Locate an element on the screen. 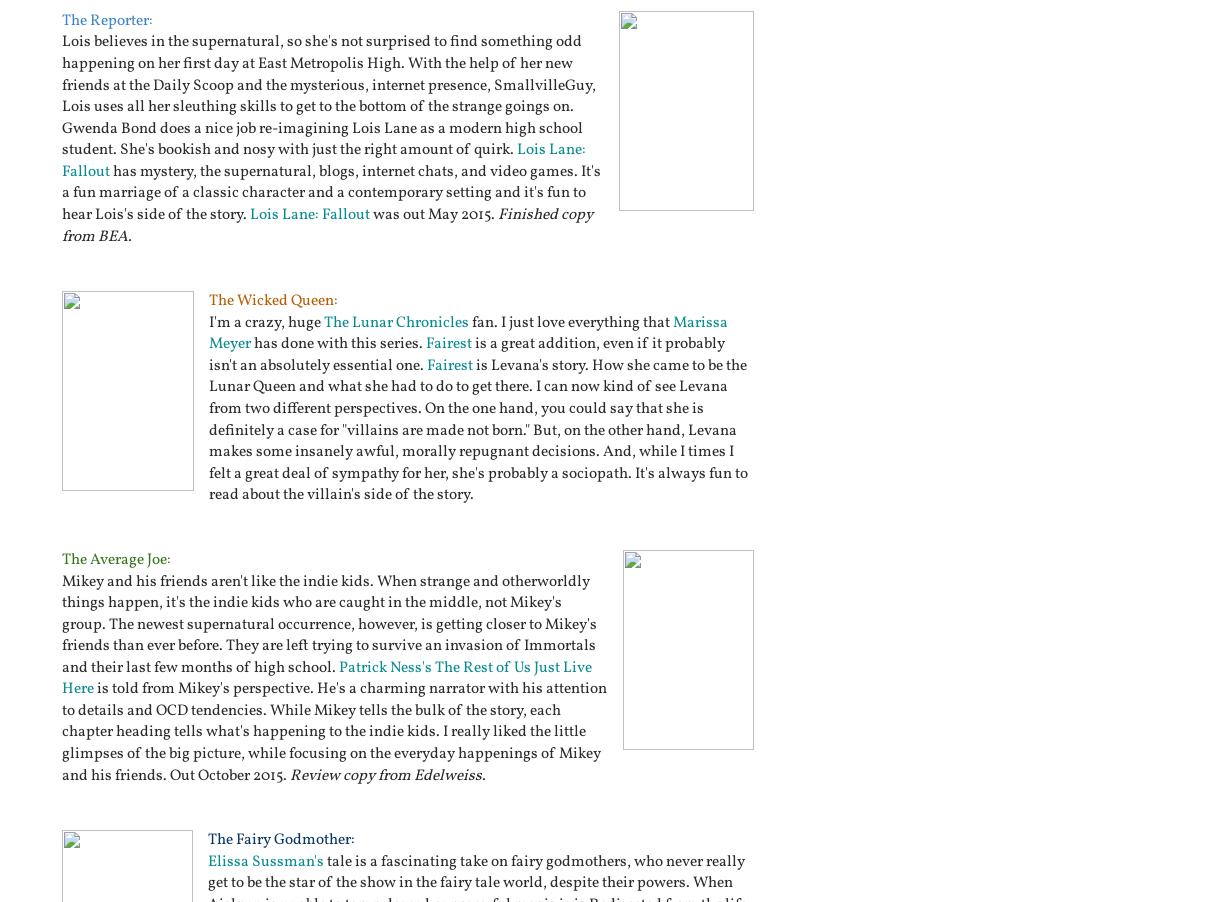 The width and height of the screenshot is (1208, 902). 'was out May 2015.' is located at coordinates (433, 213).